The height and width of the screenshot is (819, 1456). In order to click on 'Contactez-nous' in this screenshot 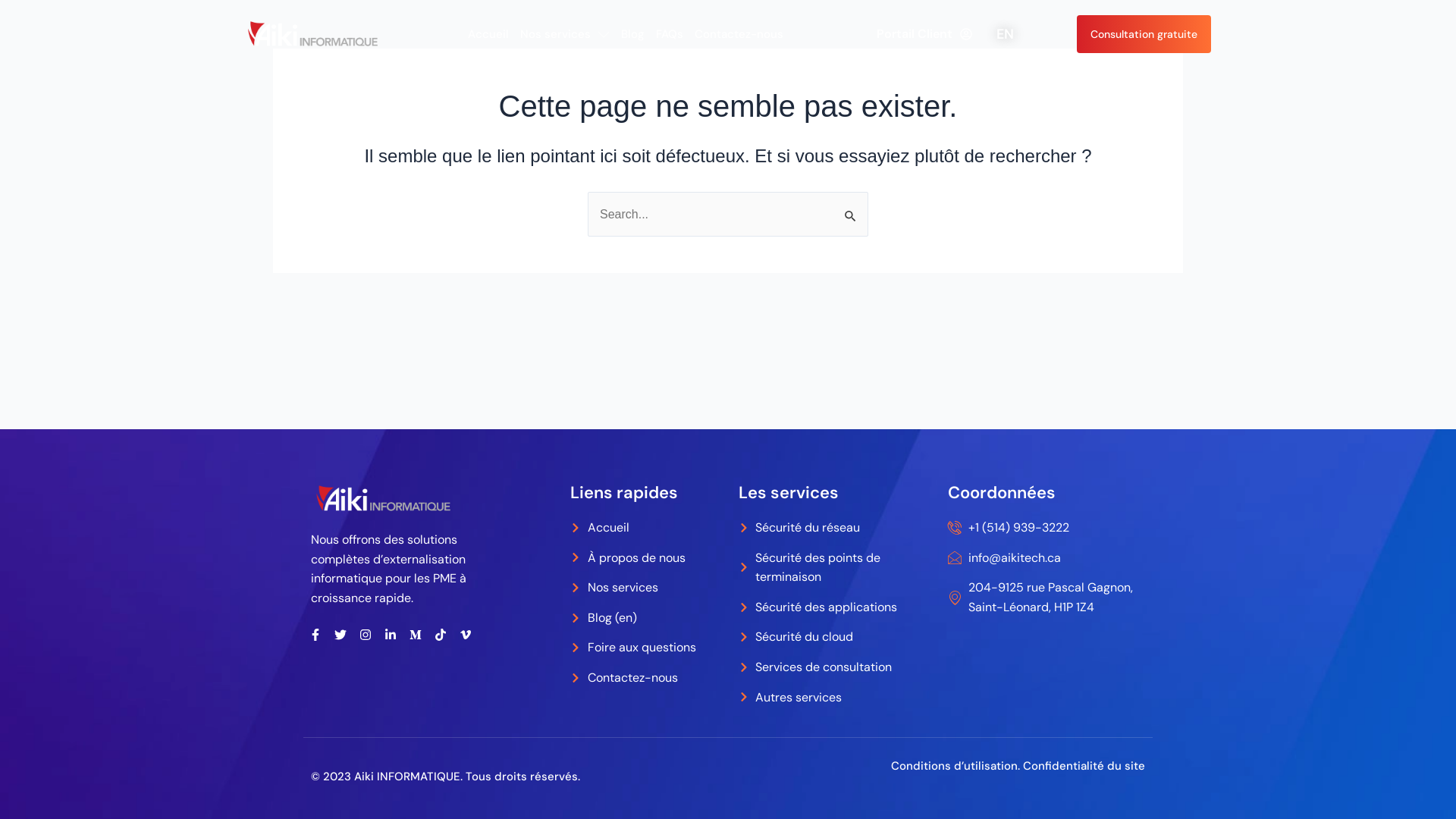, I will do `click(739, 34)`.